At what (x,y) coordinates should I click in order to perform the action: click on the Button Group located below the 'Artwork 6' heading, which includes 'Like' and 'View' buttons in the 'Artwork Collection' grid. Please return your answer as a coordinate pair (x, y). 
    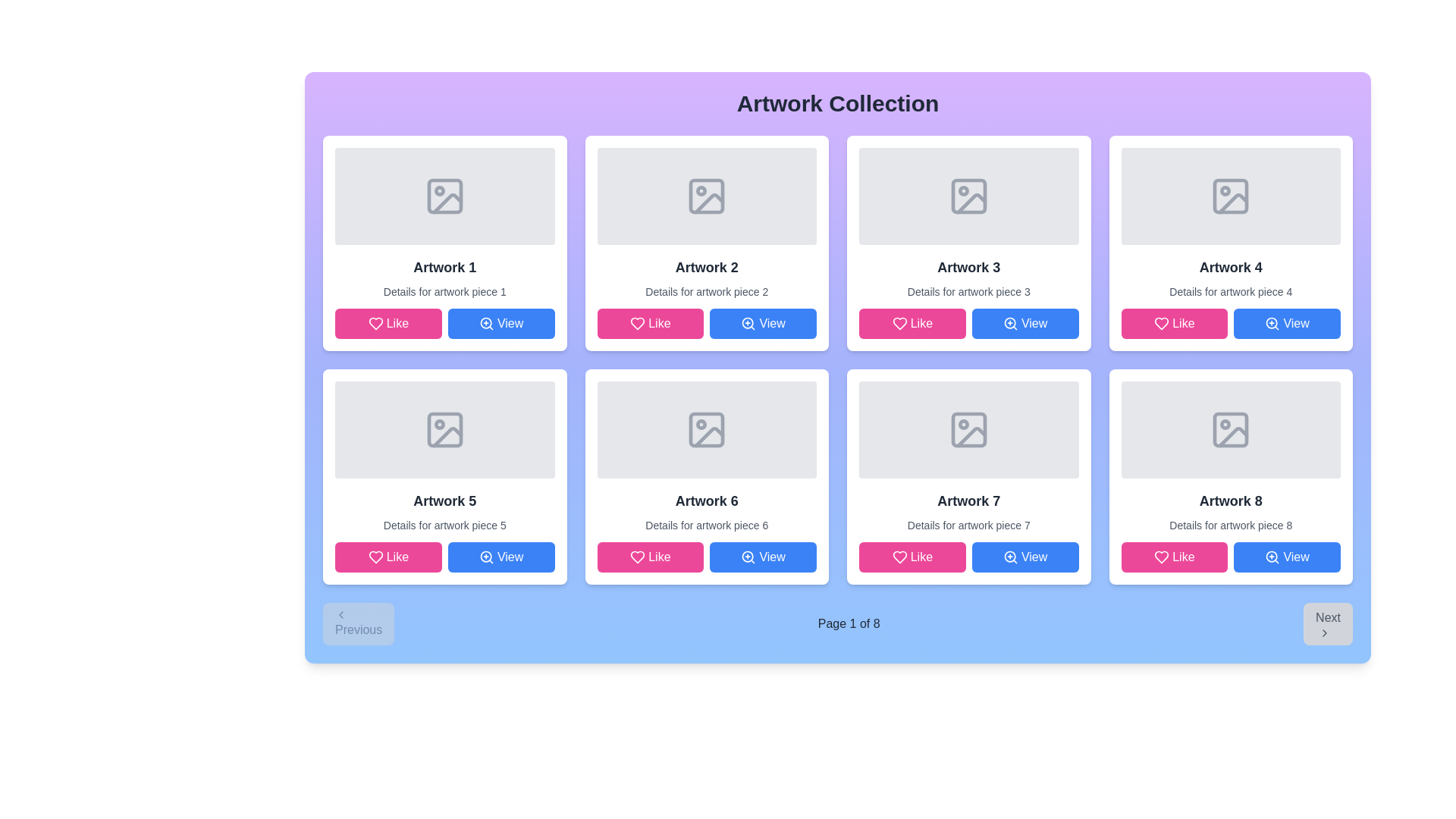
    Looking at the image, I should click on (706, 557).